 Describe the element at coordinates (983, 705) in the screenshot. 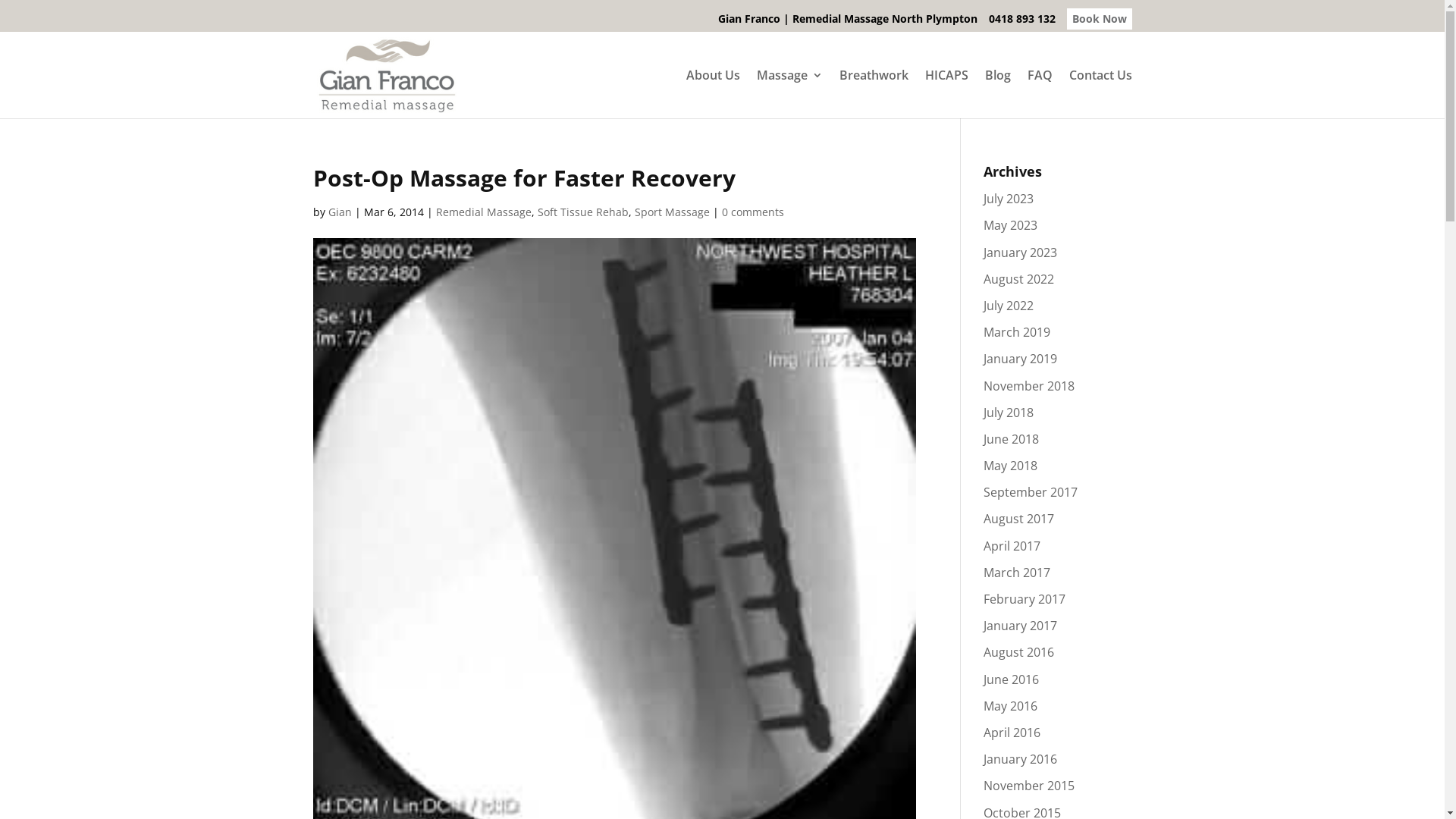

I see `'May 2016'` at that location.